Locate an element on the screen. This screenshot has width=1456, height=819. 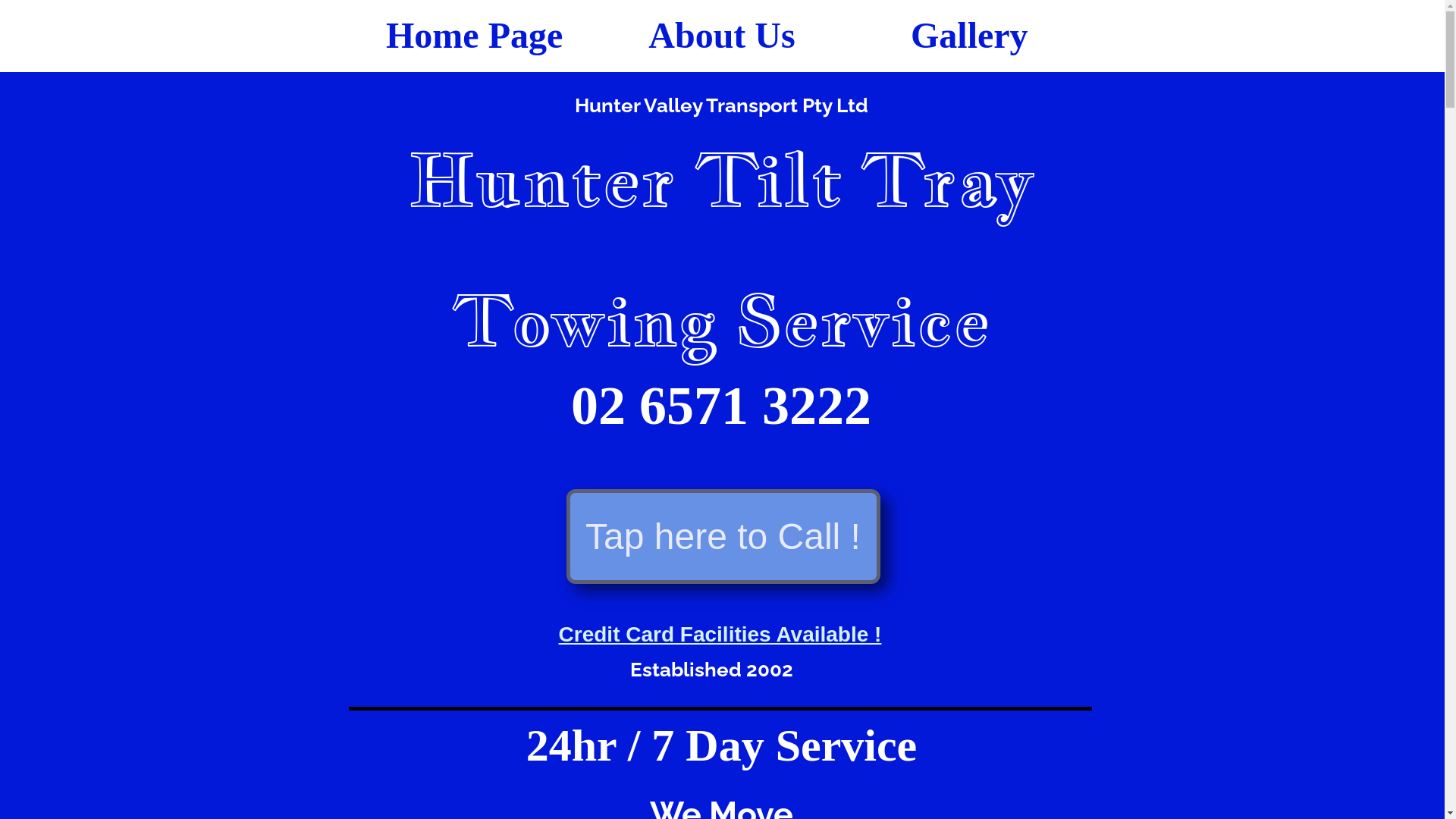
'Gallery' is located at coordinates (968, 34).